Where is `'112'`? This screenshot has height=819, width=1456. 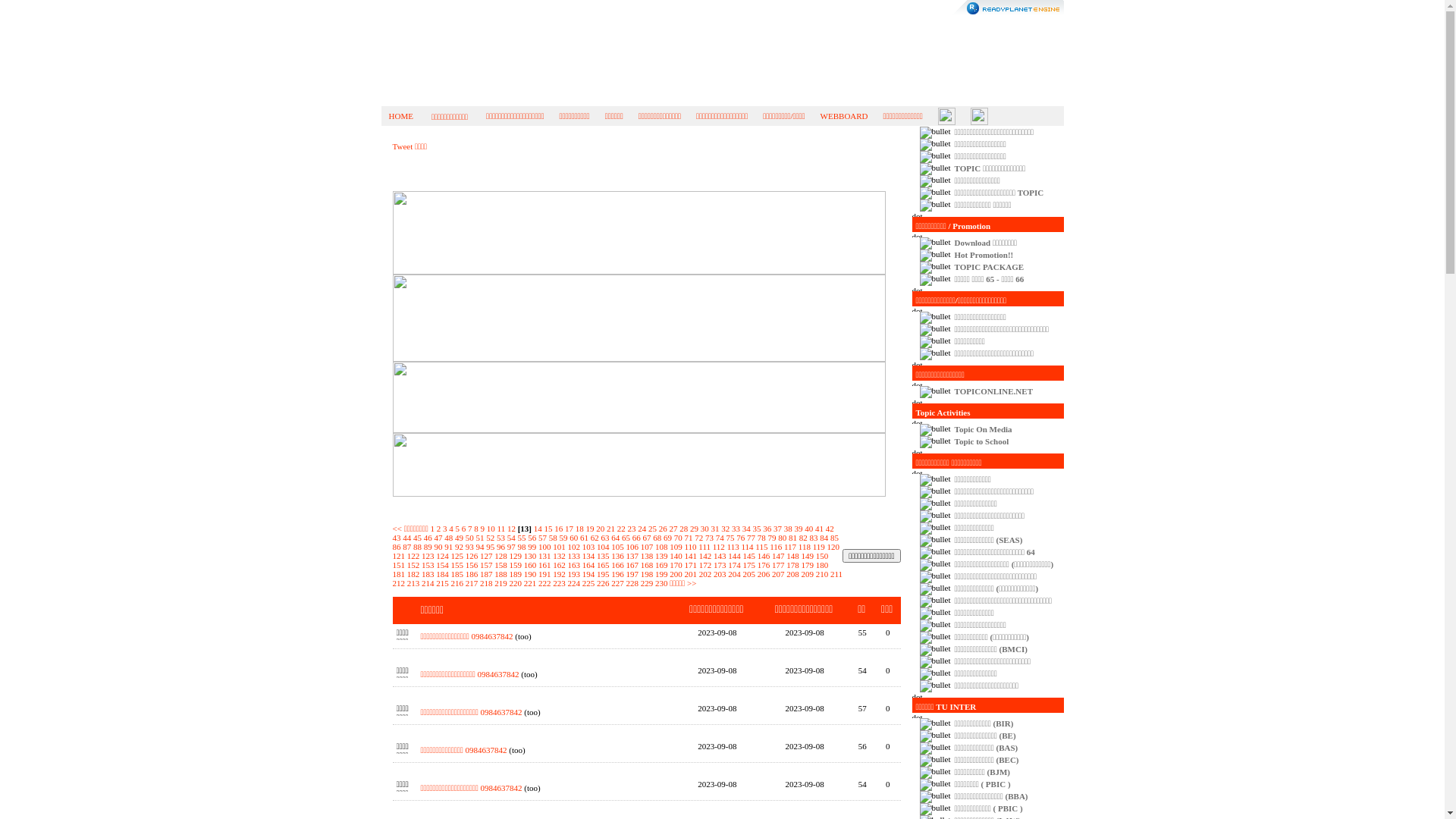 '112' is located at coordinates (712, 547).